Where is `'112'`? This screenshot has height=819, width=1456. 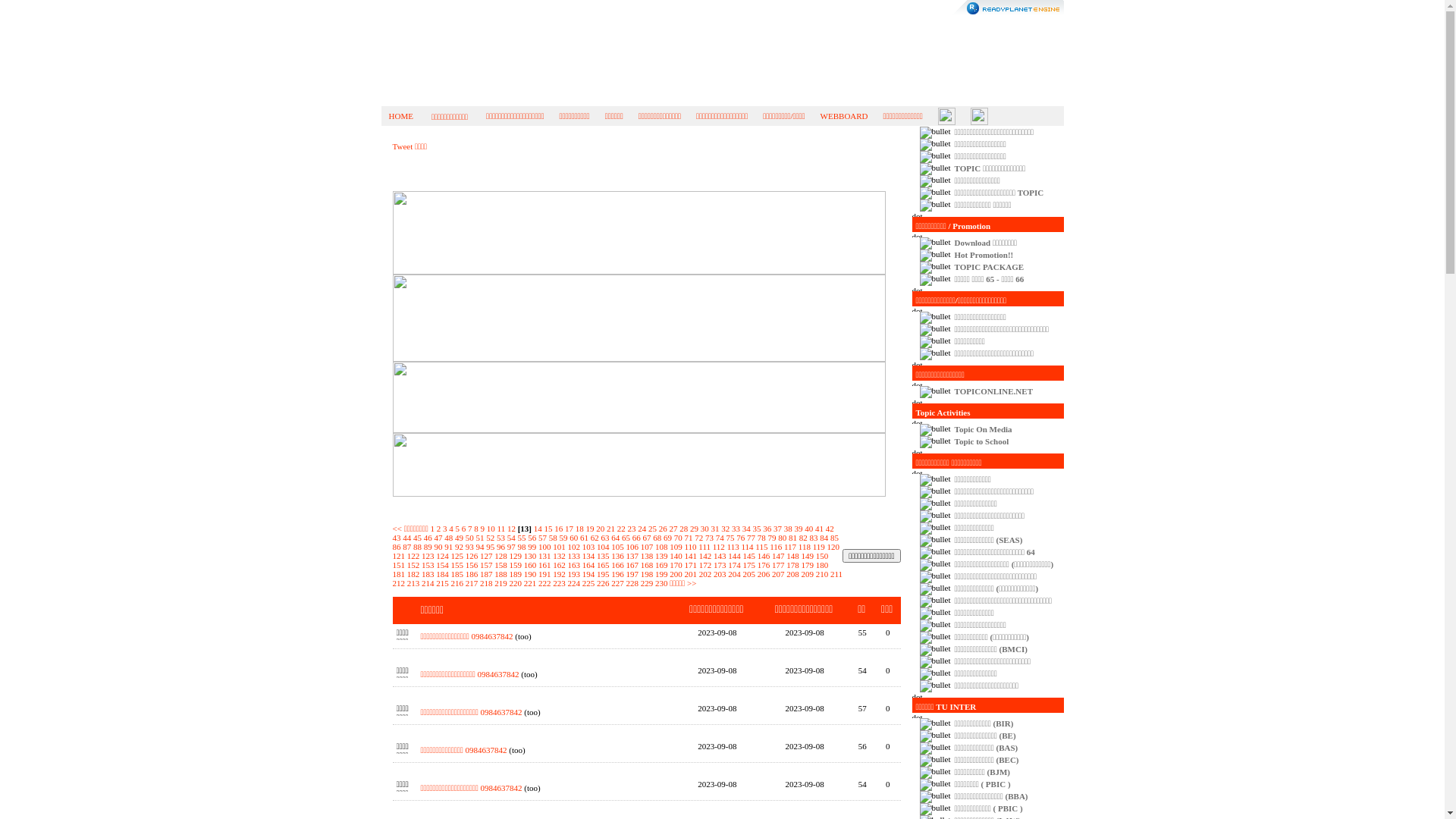 '112' is located at coordinates (712, 547).